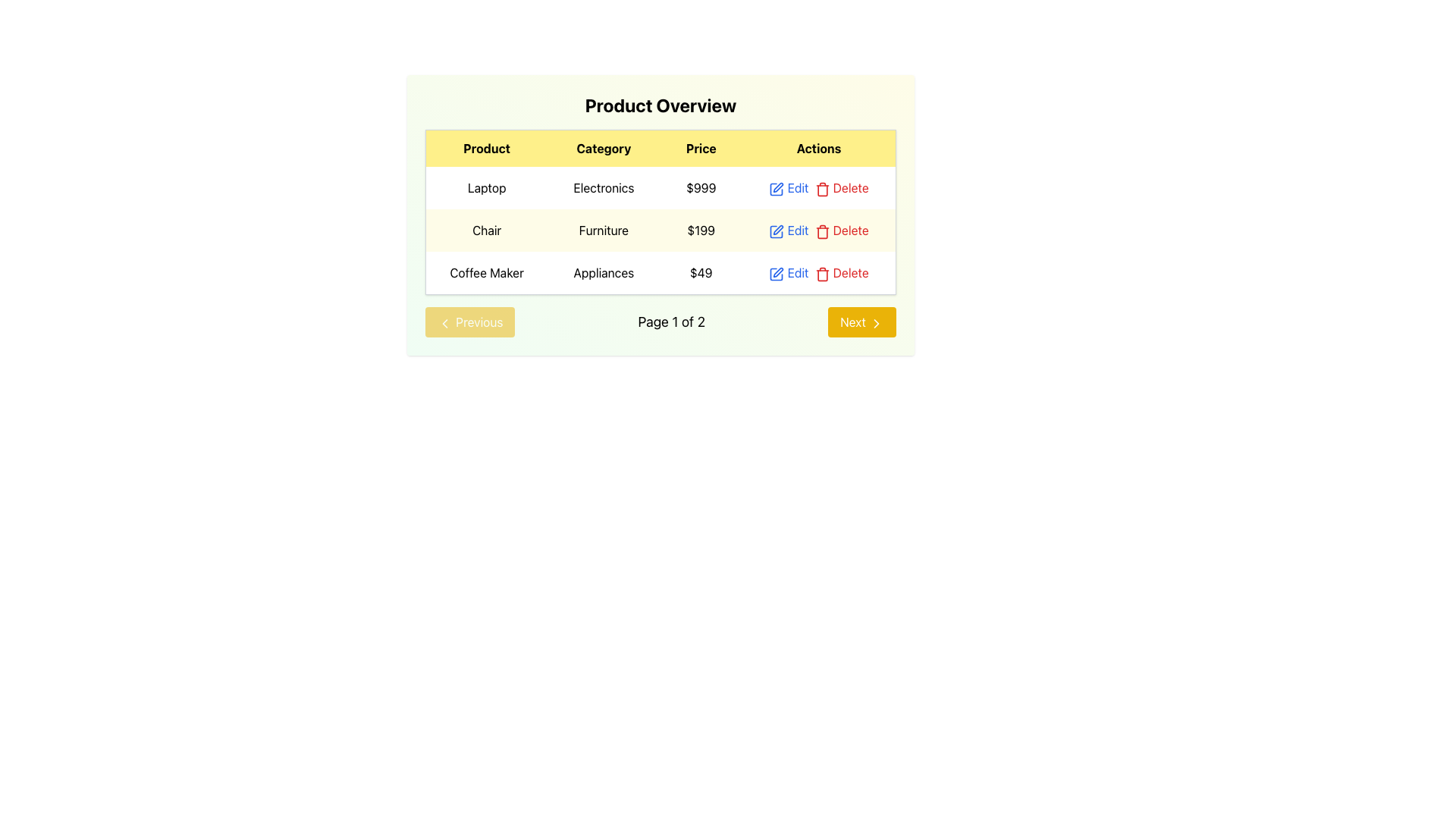 The height and width of the screenshot is (819, 1456). Describe the element at coordinates (779, 230) in the screenshot. I see `the edit icon, which resembles a square outline with a pen overlay, located in the 'Actions' column of the second row in the table for the item 'Chair'` at that location.